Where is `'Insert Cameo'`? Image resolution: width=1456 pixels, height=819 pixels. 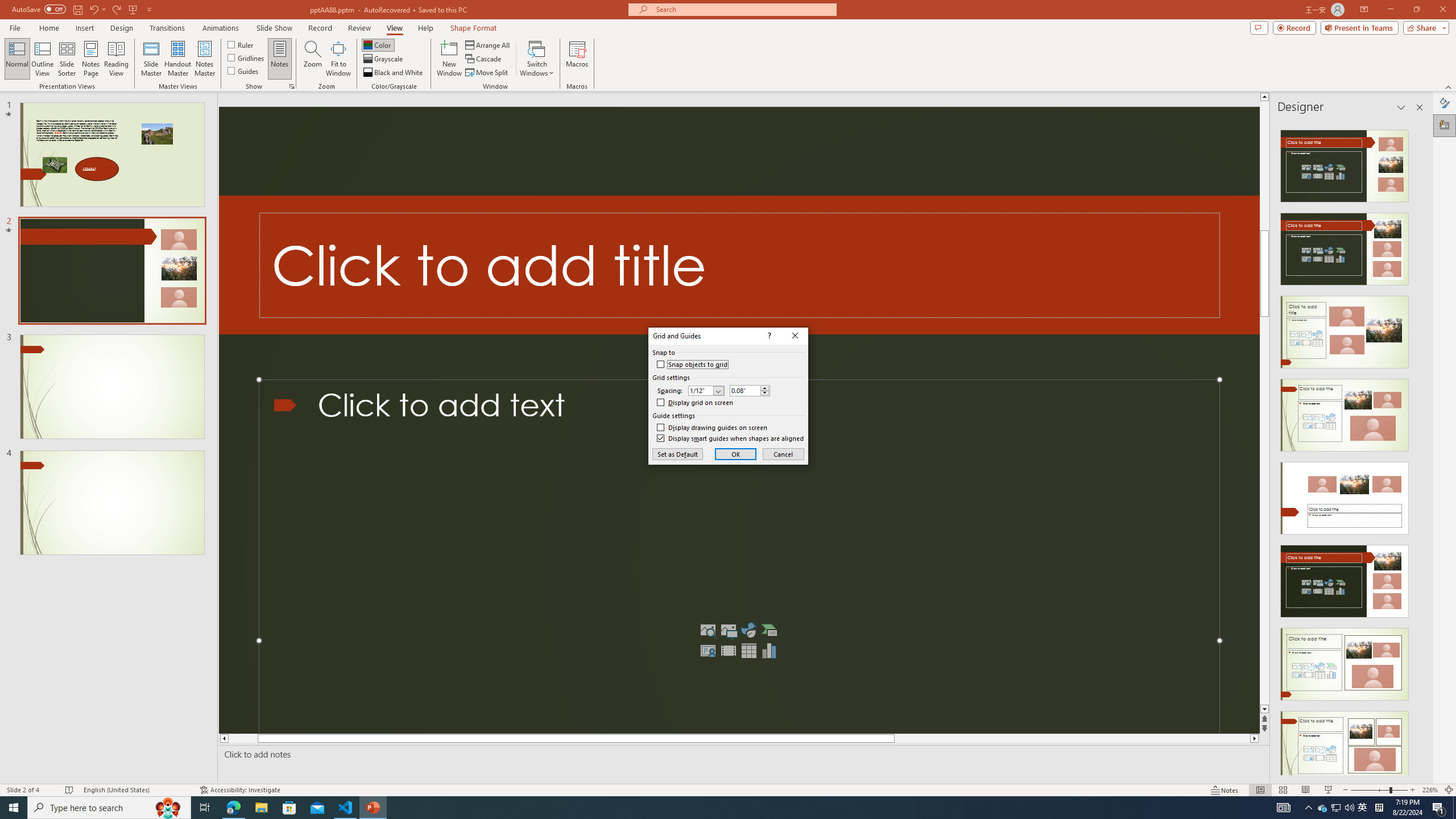 'Insert Cameo' is located at coordinates (708, 651).